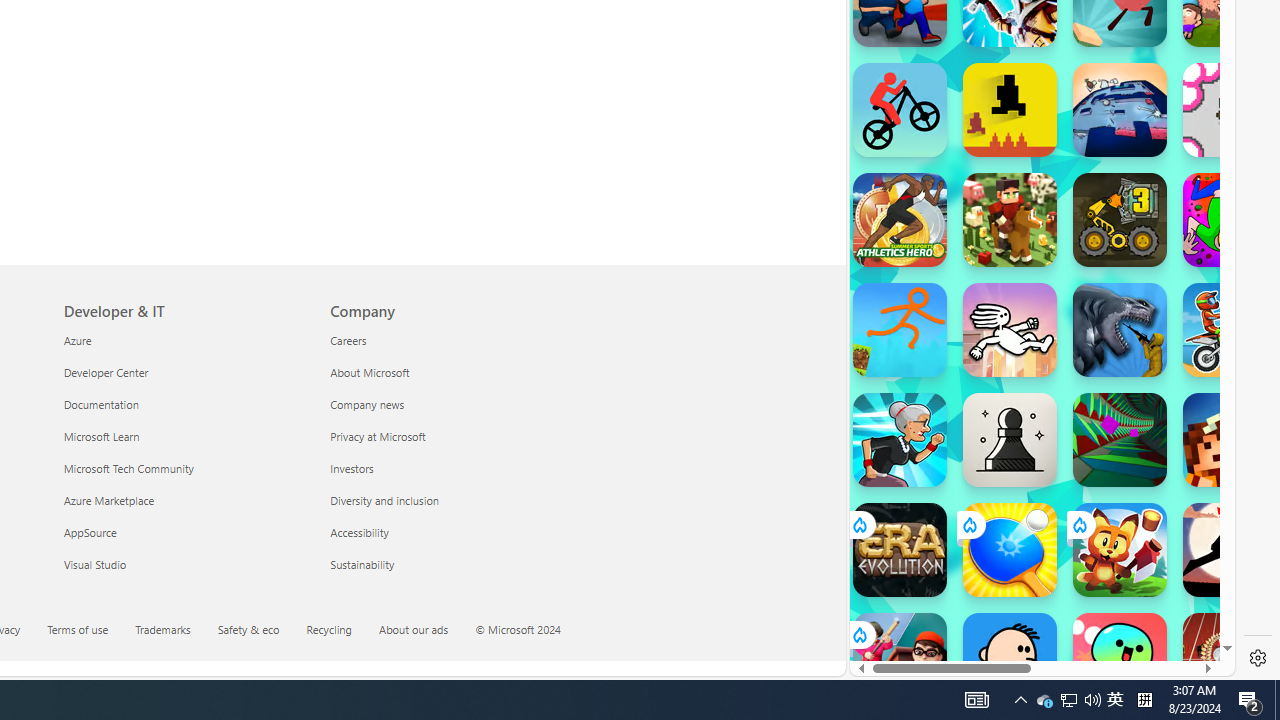 This screenshot has height=720, width=1280. Describe the element at coordinates (1229, 659) in the screenshot. I see `'100 Metres Race'` at that location.